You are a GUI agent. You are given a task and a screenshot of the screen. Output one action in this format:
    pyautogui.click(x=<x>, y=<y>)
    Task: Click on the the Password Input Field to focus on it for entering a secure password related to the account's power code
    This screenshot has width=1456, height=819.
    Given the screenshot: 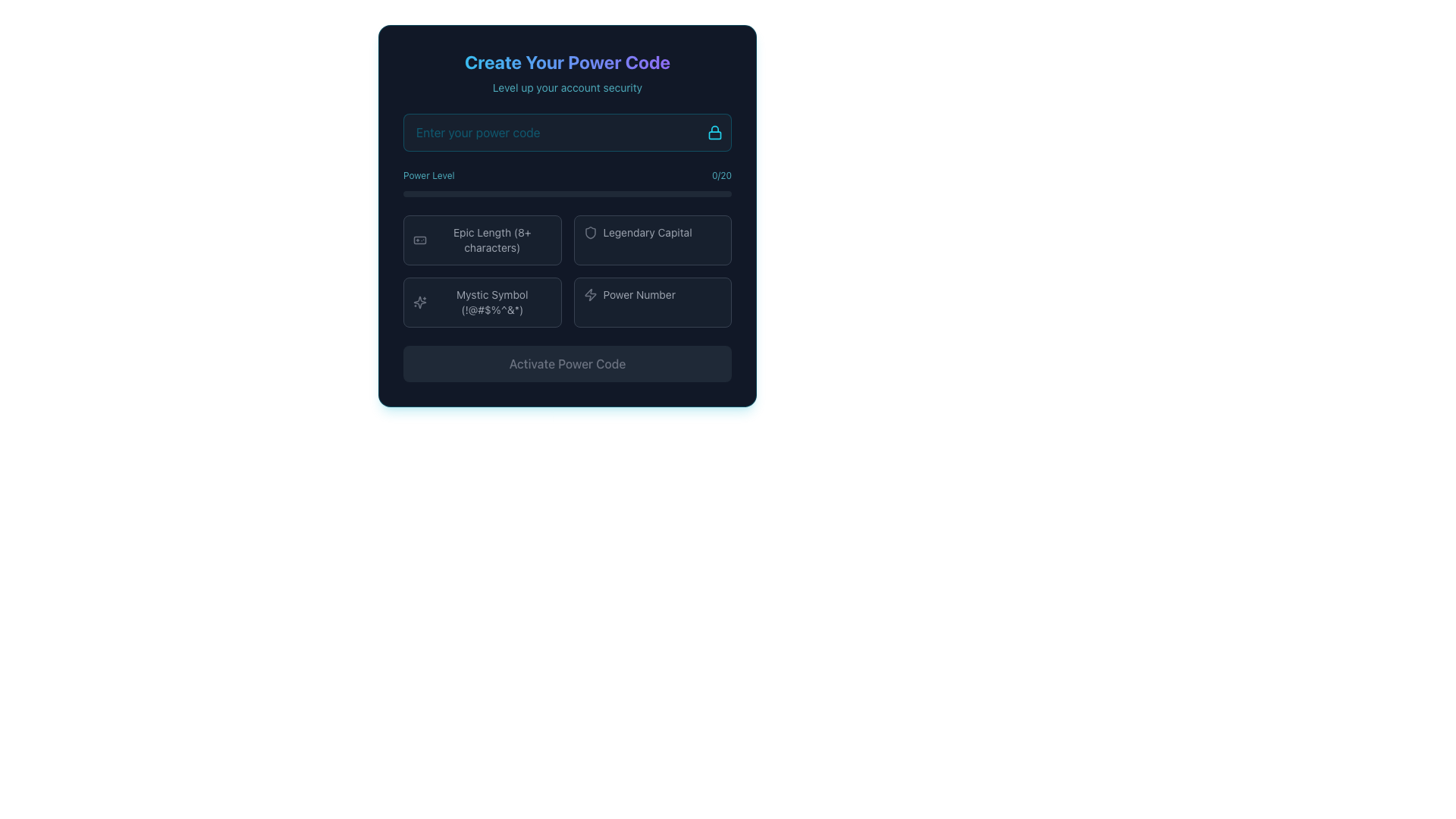 What is the action you would take?
    pyautogui.click(x=566, y=131)
    